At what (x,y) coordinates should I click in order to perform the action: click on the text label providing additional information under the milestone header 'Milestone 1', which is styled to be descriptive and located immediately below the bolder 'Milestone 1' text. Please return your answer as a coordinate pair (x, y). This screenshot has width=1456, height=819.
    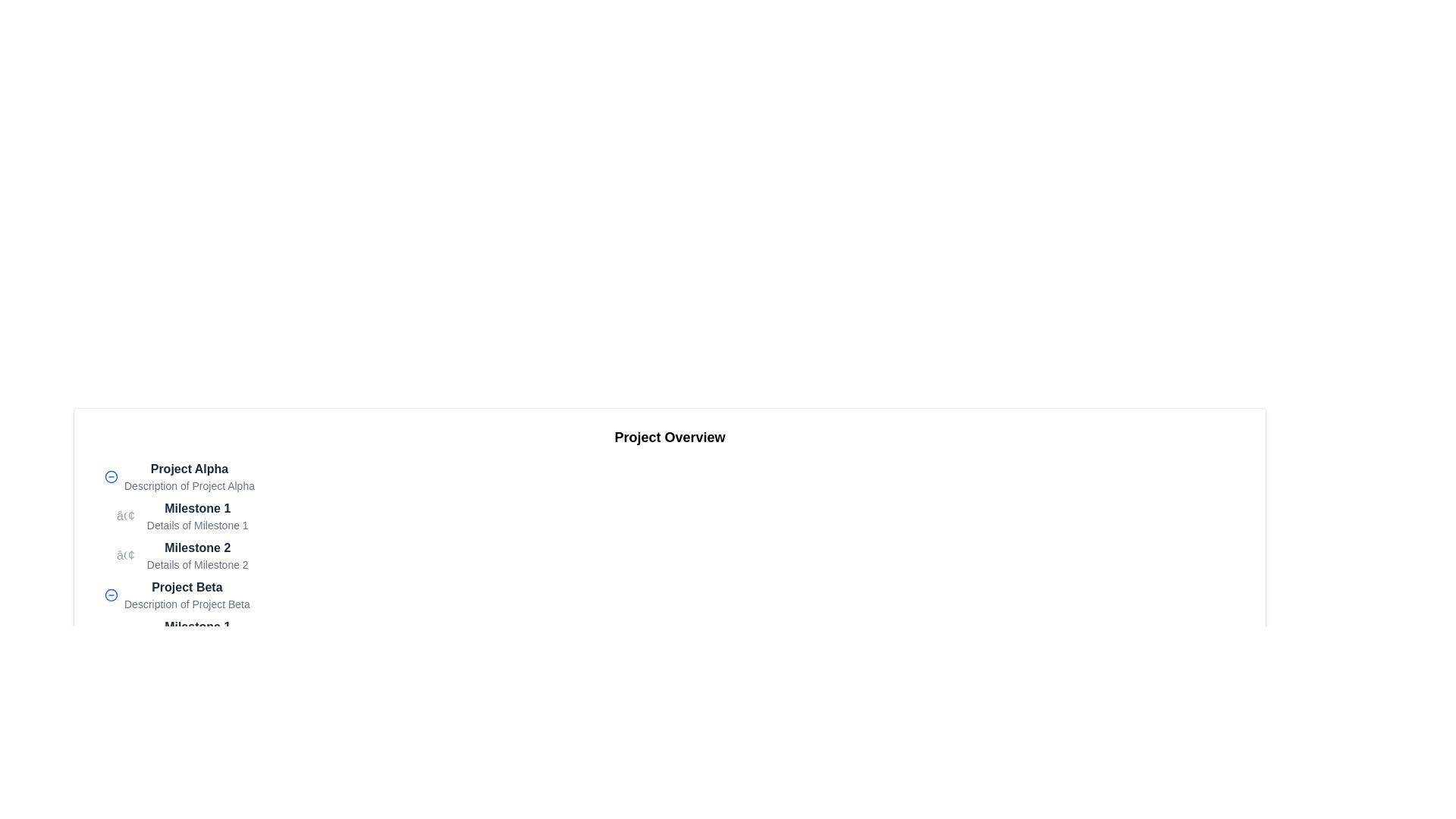
    Looking at the image, I should click on (196, 525).